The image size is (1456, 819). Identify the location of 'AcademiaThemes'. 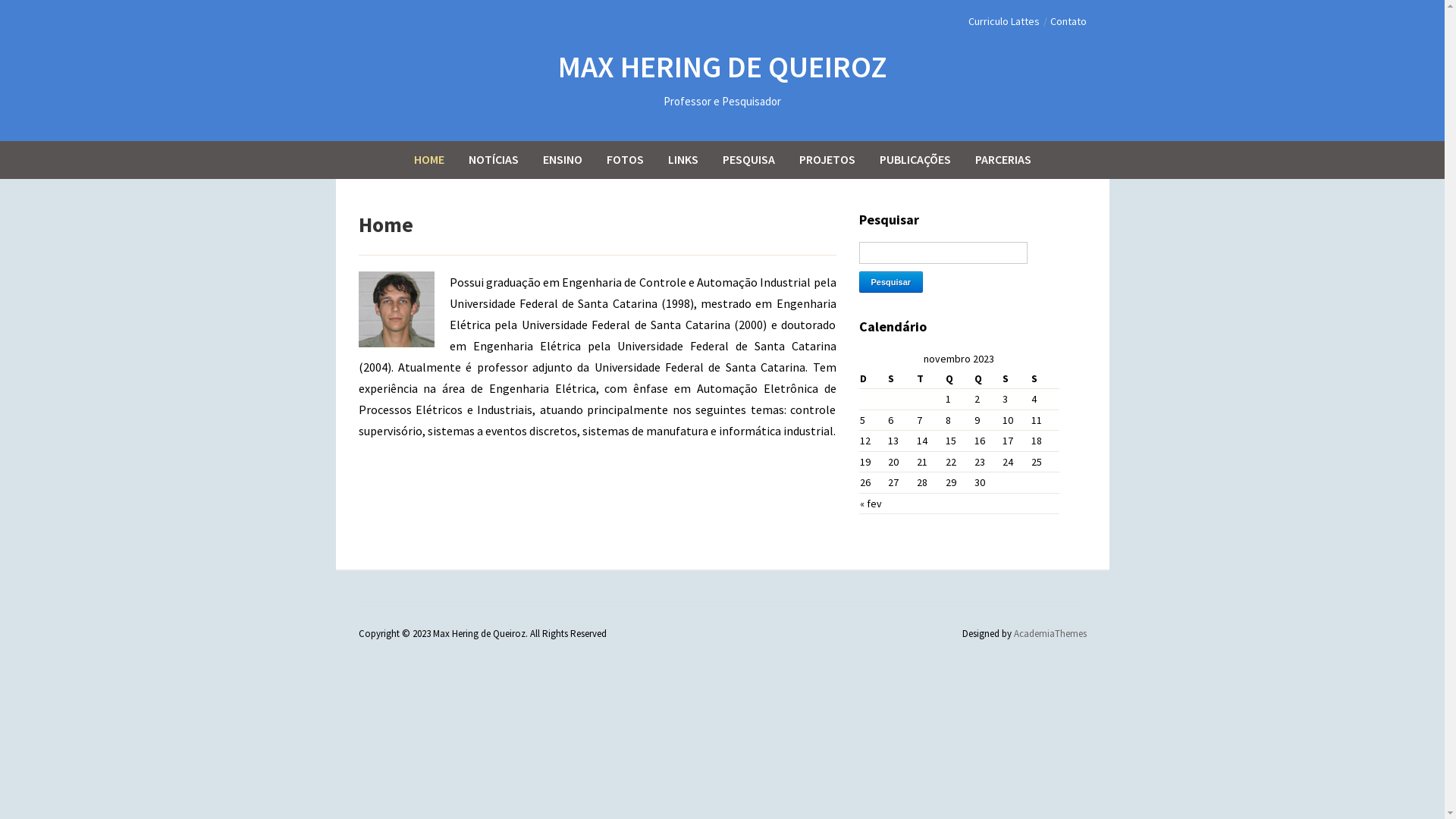
(1048, 633).